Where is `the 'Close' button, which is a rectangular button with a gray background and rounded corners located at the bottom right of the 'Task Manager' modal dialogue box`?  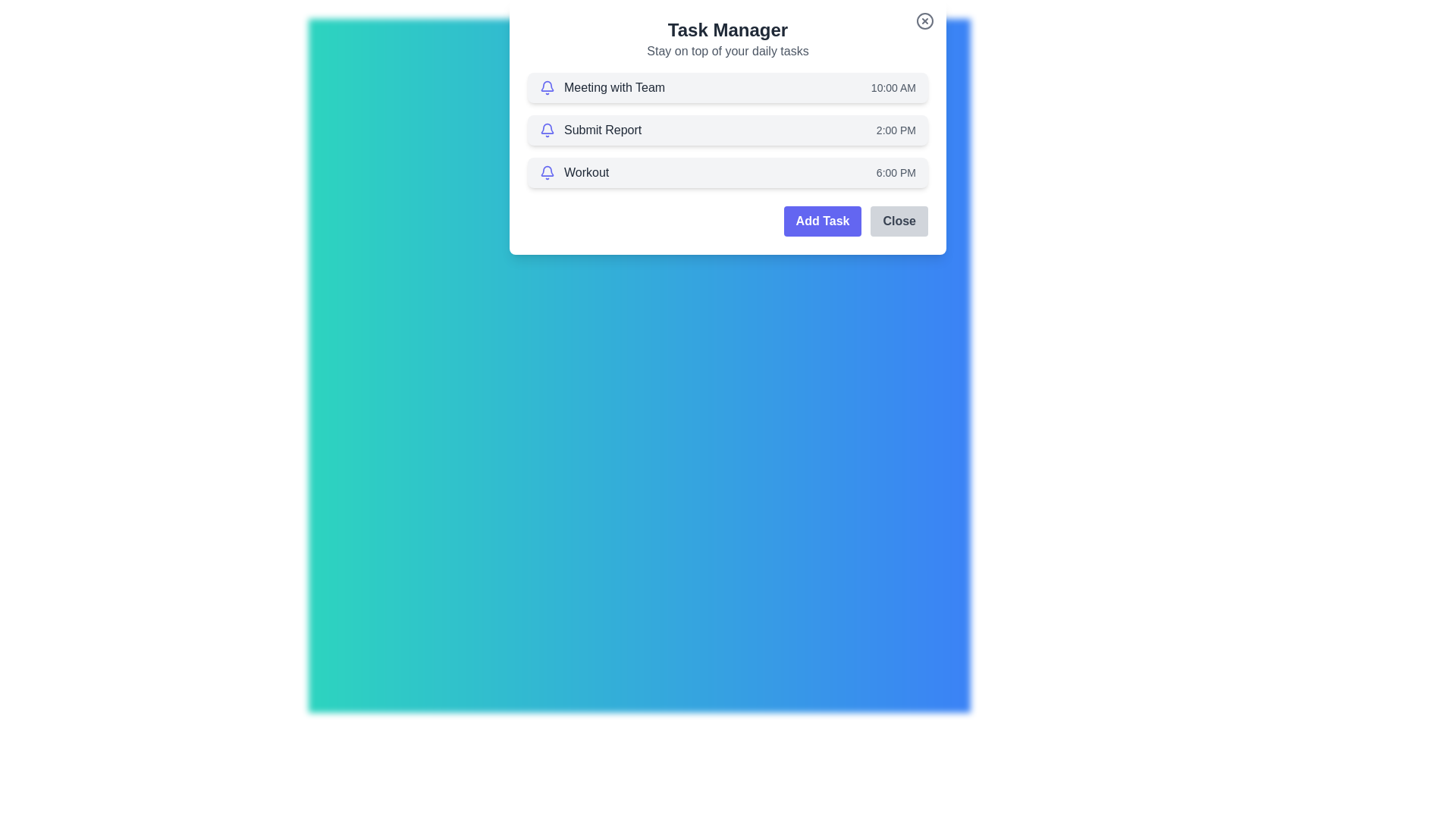
the 'Close' button, which is a rectangular button with a gray background and rounded corners located at the bottom right of the 'Task Manager' modal dialogue box is located at coordinates (899, 221).